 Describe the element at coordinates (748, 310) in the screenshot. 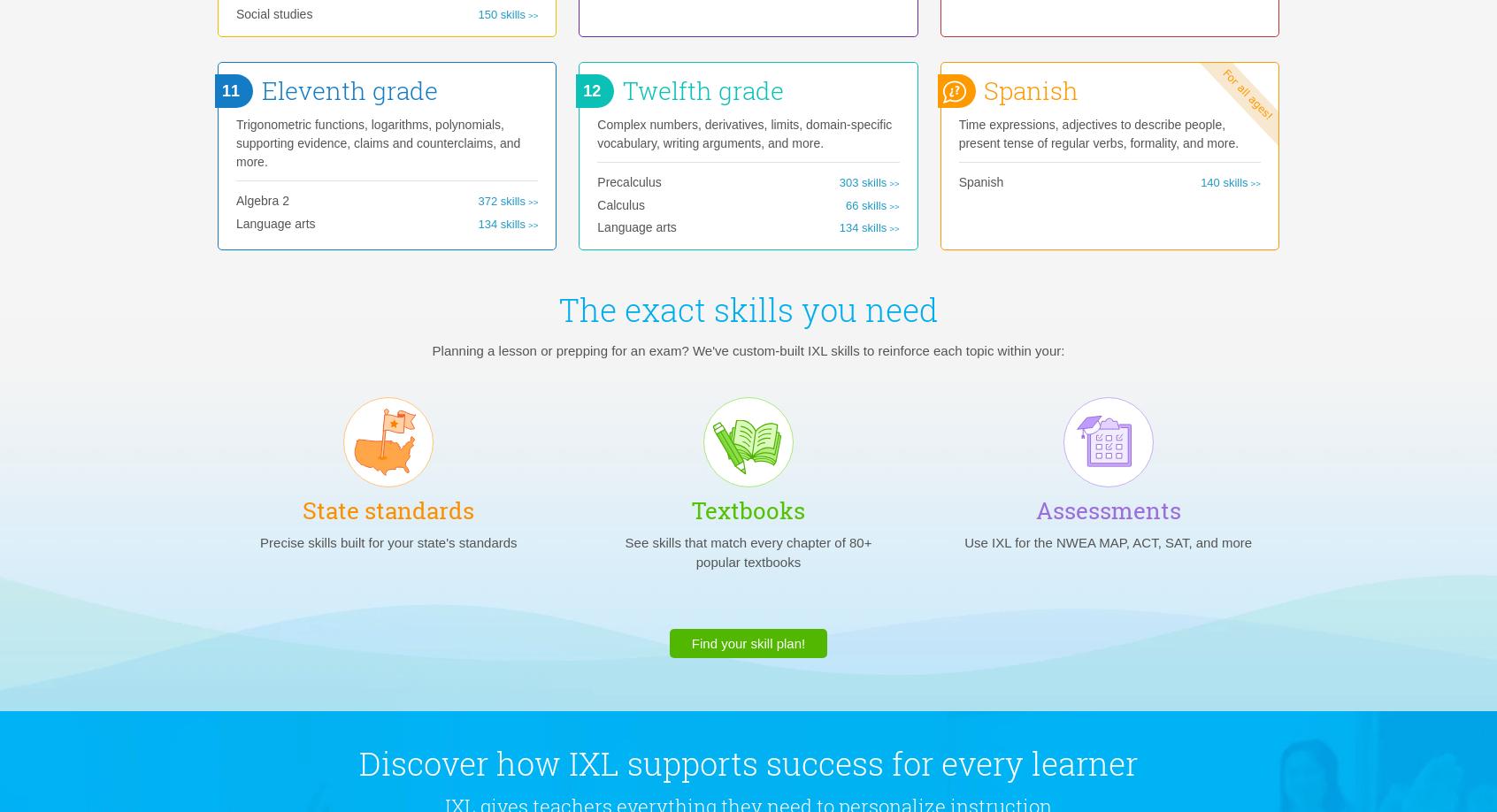

I see `'The exact skills you need'` at that location.